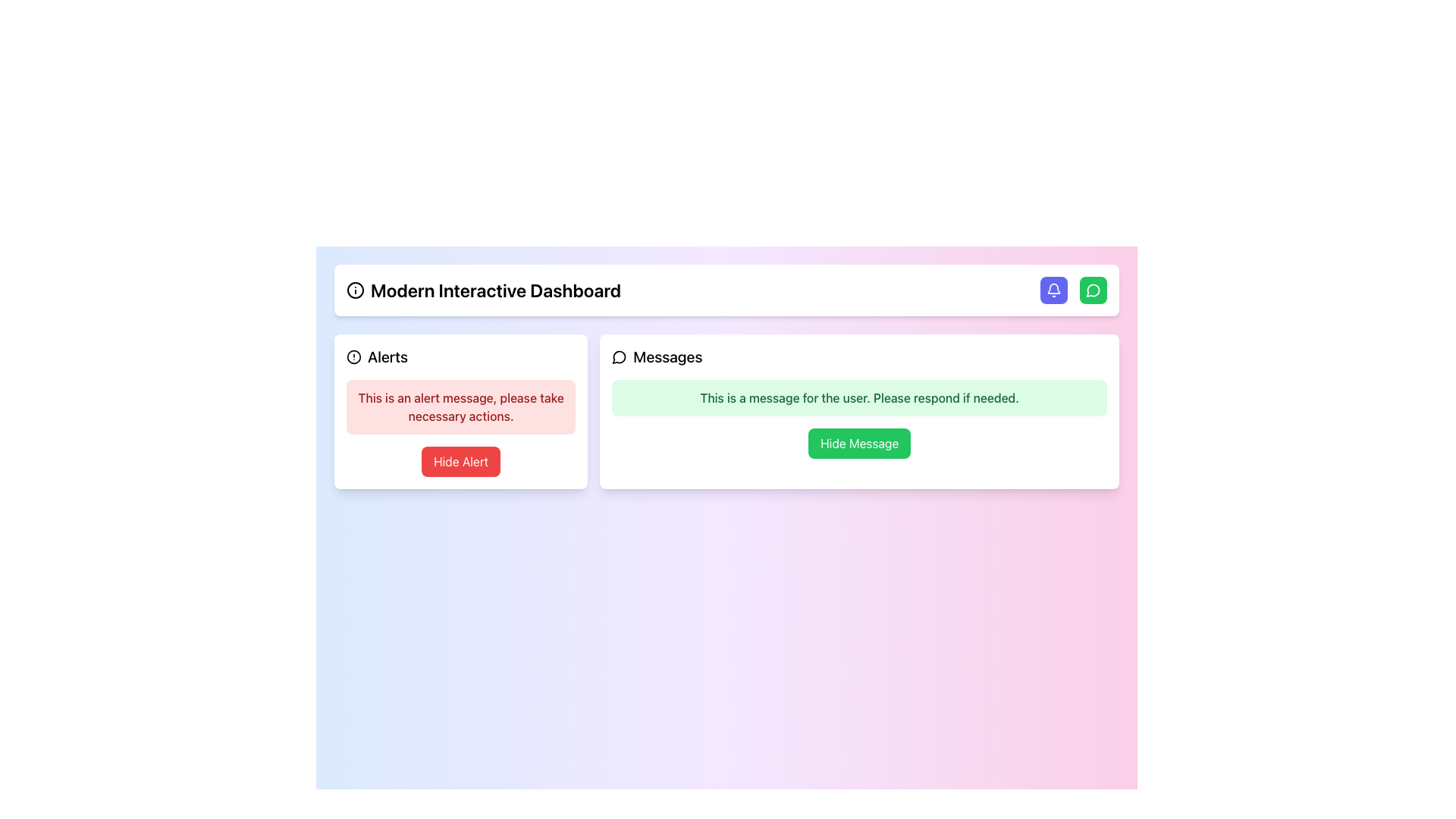 Image resolution: width=1456 pixels, height=819 pixels. Describe the element at coordinates (1093, 290) in the screenshot. I see `the messaging icon located at the top-right of the interface, which has a green background and rounded corners` at that location.